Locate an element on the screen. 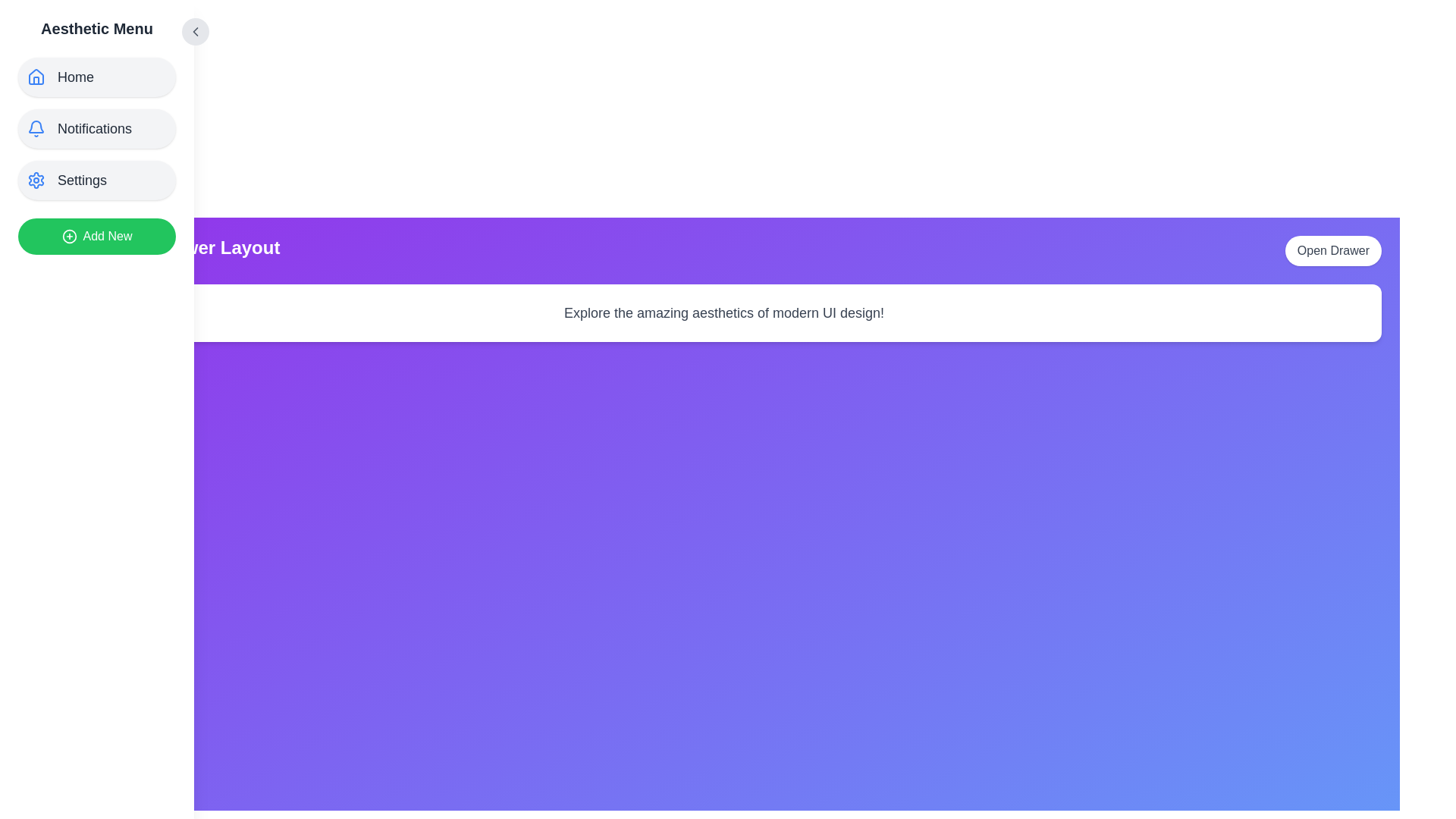 This screenshot has width=1456, height=819. the 'Settings' text label, which is the third item in the left menu panel, displayed in bold dark gray font on a light-gray rounded background is located at coordinates (81, 180).